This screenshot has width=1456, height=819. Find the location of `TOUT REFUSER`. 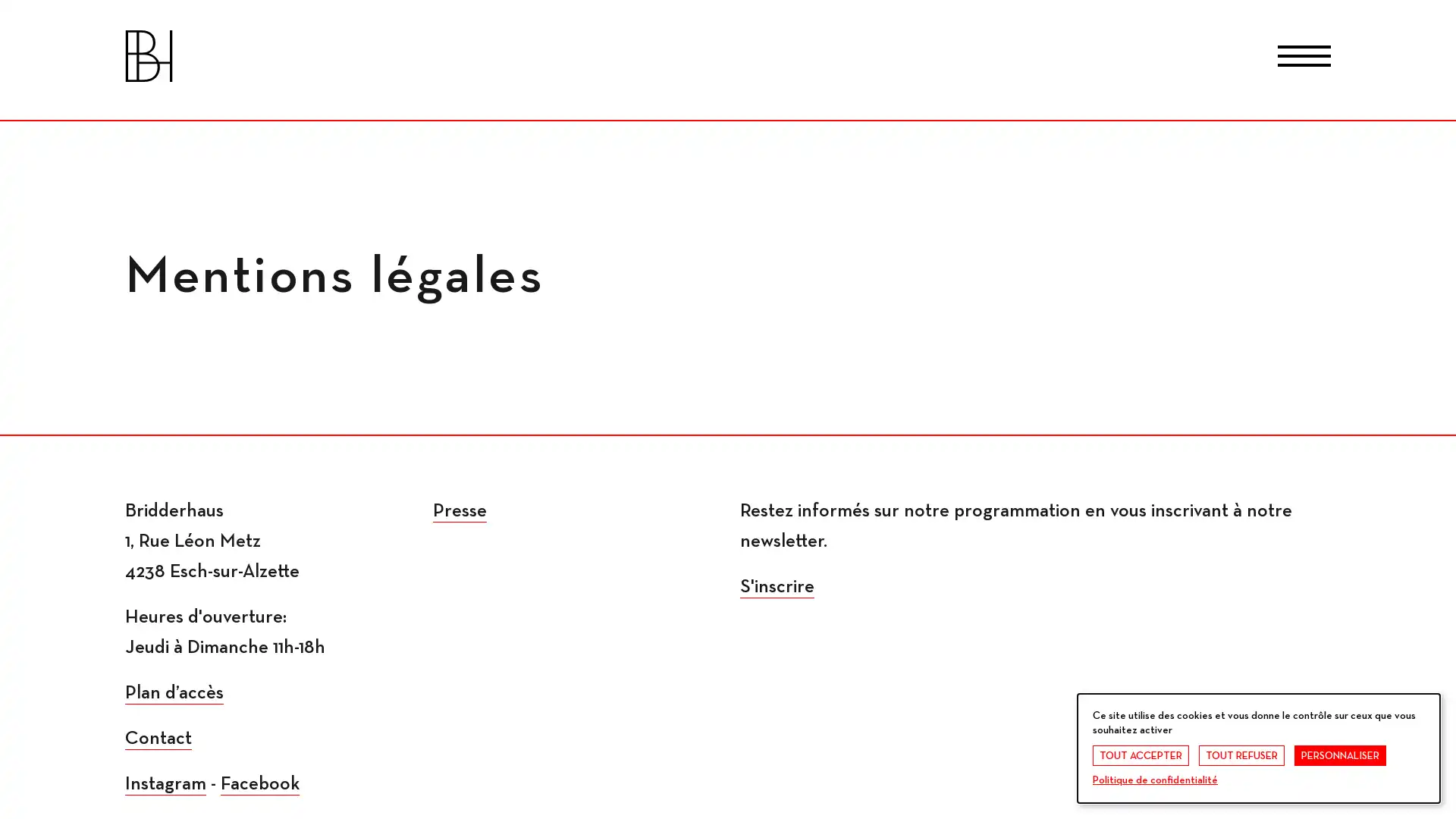

TOUT REFUSER is located at coordinates (1241, 755).